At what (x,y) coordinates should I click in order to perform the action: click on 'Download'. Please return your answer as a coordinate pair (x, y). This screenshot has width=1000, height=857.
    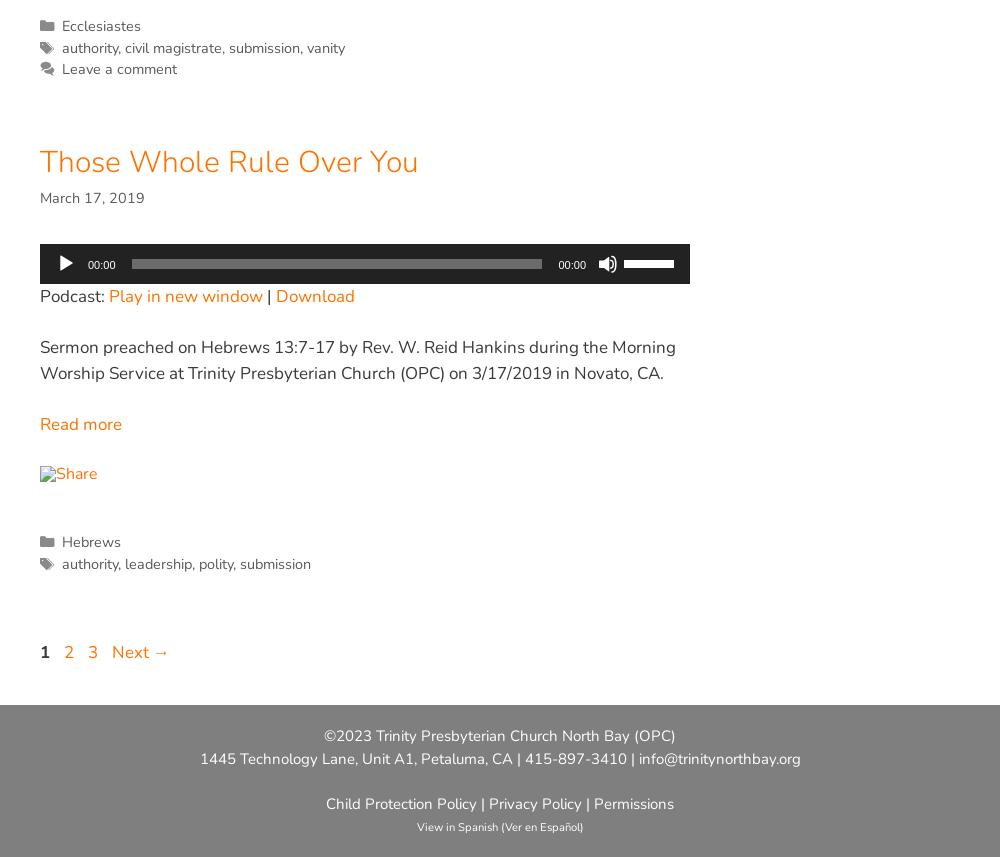
    Looking at the image, I should click on (314, 295).